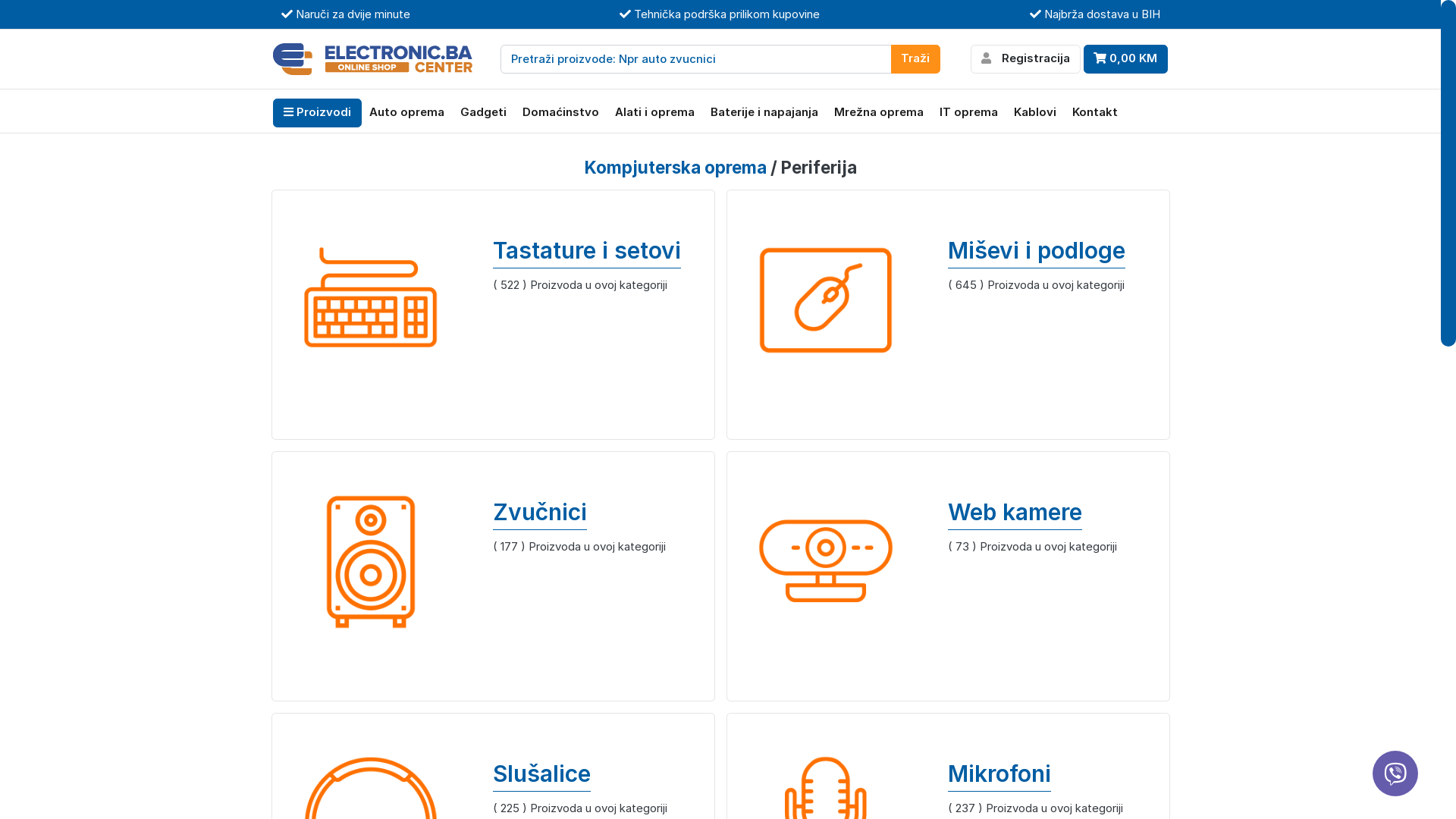  I want to click on 'Tastature i setovi', so click(597, 253).